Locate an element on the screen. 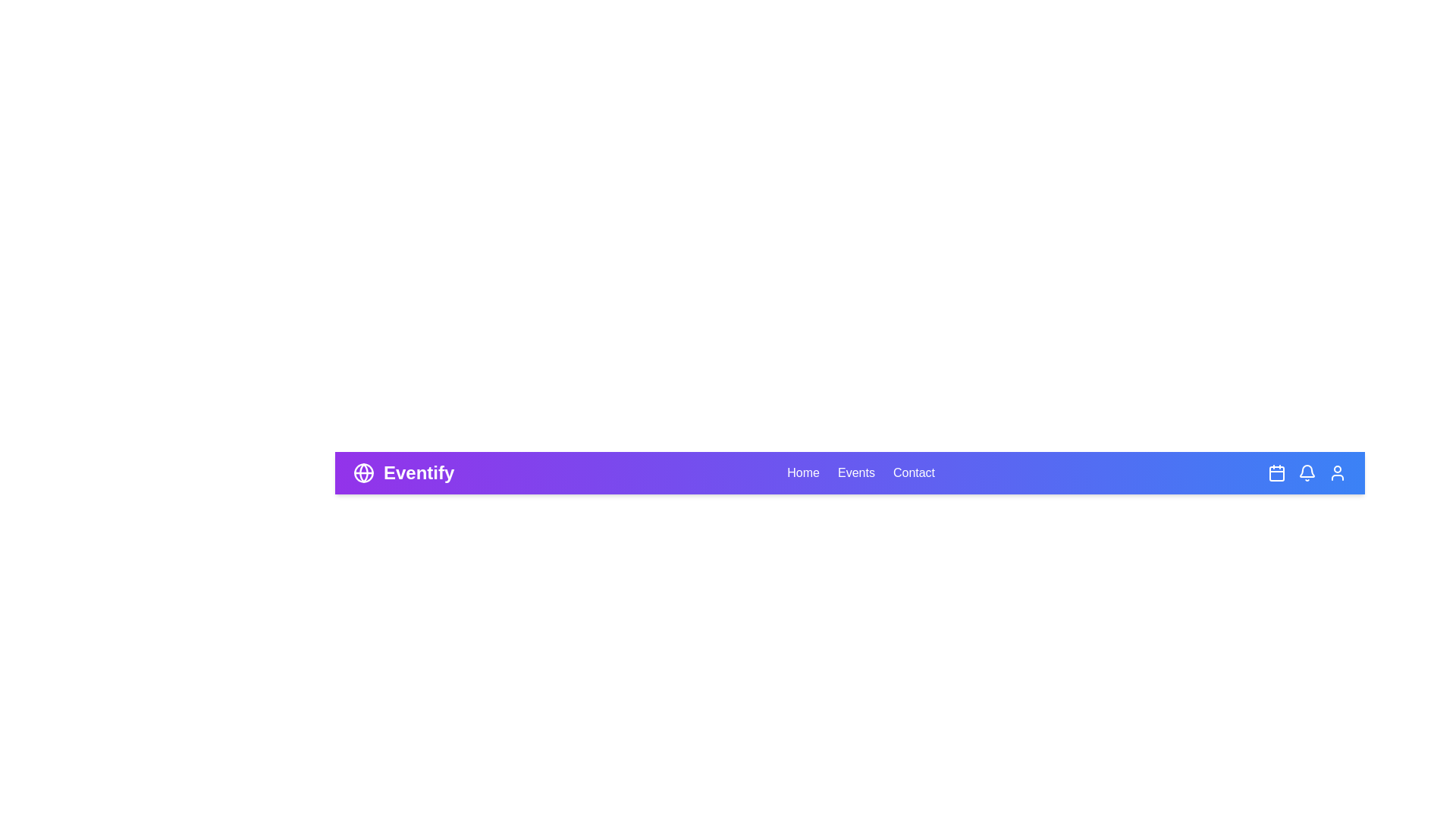 This screenshot has height=819, width=1456. the 'Contact' navigation link to navigate to the contact page is located at coordinates (912, 472).